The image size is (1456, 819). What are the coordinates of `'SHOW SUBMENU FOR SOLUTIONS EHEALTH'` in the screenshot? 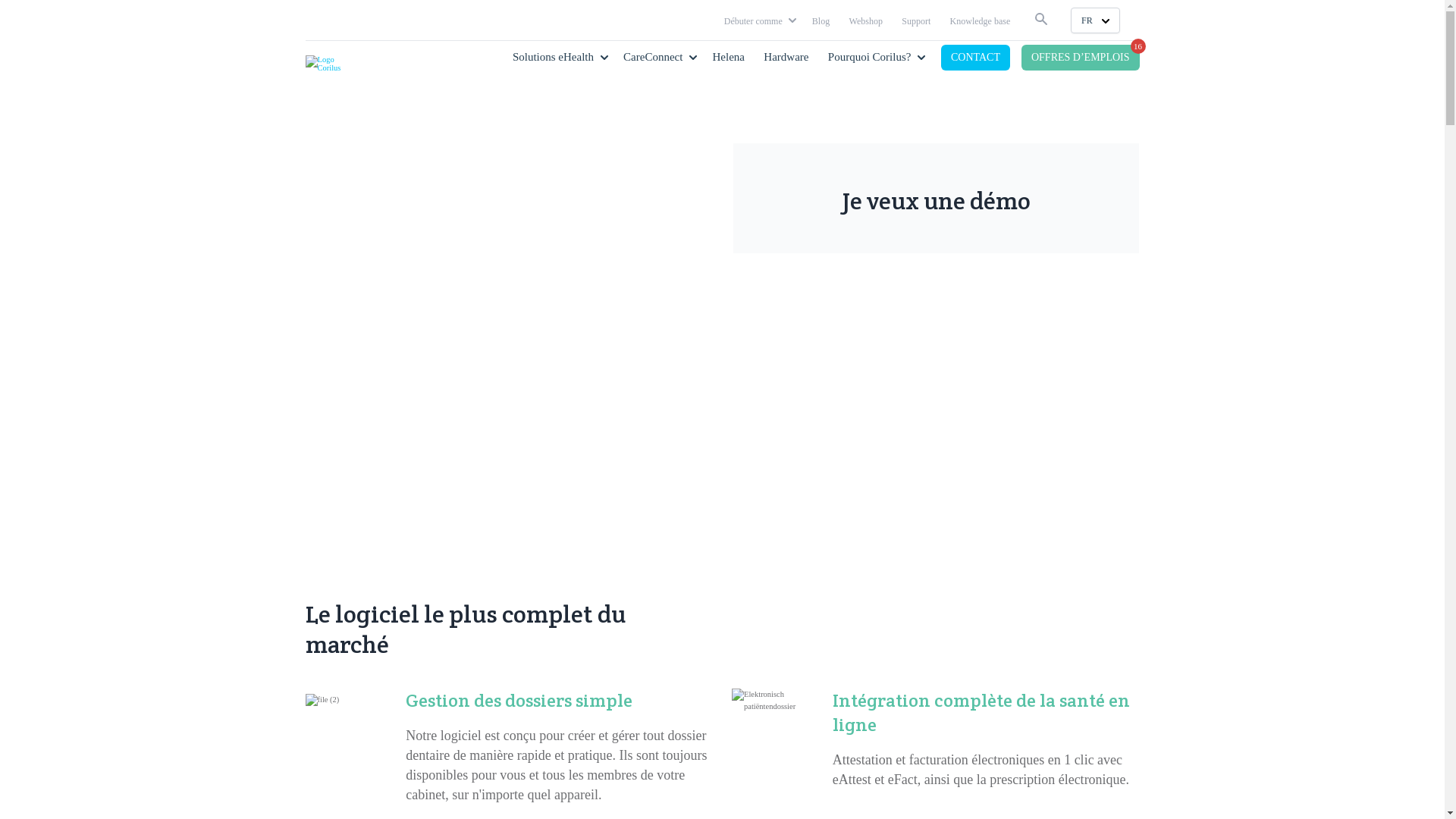 It's located at (603, 55).